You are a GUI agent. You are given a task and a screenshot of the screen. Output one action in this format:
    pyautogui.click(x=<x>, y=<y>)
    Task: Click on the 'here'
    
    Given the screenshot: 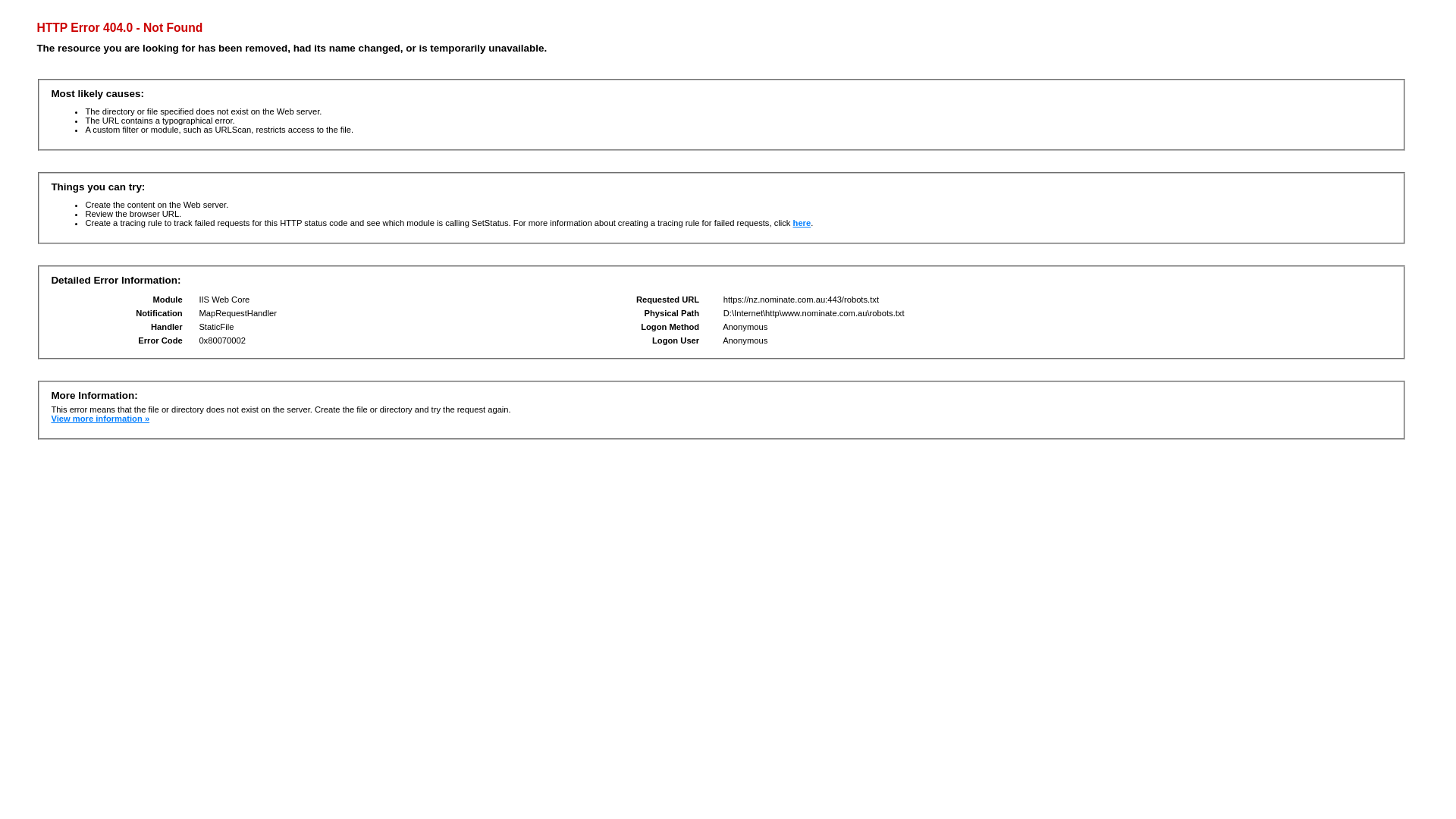 What is the action you would take?
    pyautogui.click(x=801, y=222)
    